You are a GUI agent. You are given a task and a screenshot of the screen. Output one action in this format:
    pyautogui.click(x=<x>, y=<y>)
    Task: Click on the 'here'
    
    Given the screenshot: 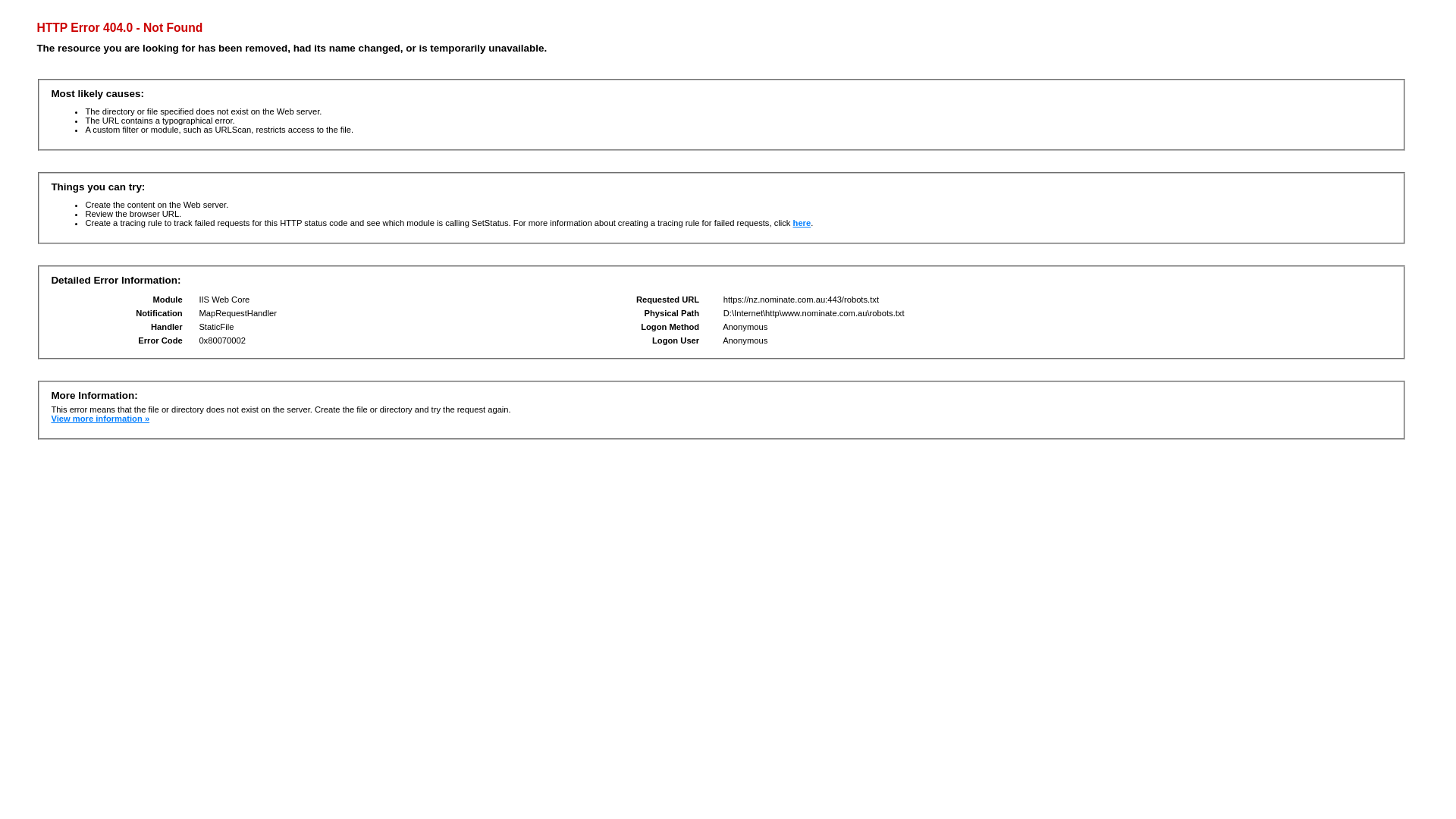 What is the action you would take?
    pyautogui.click(x=801, y=222)
    